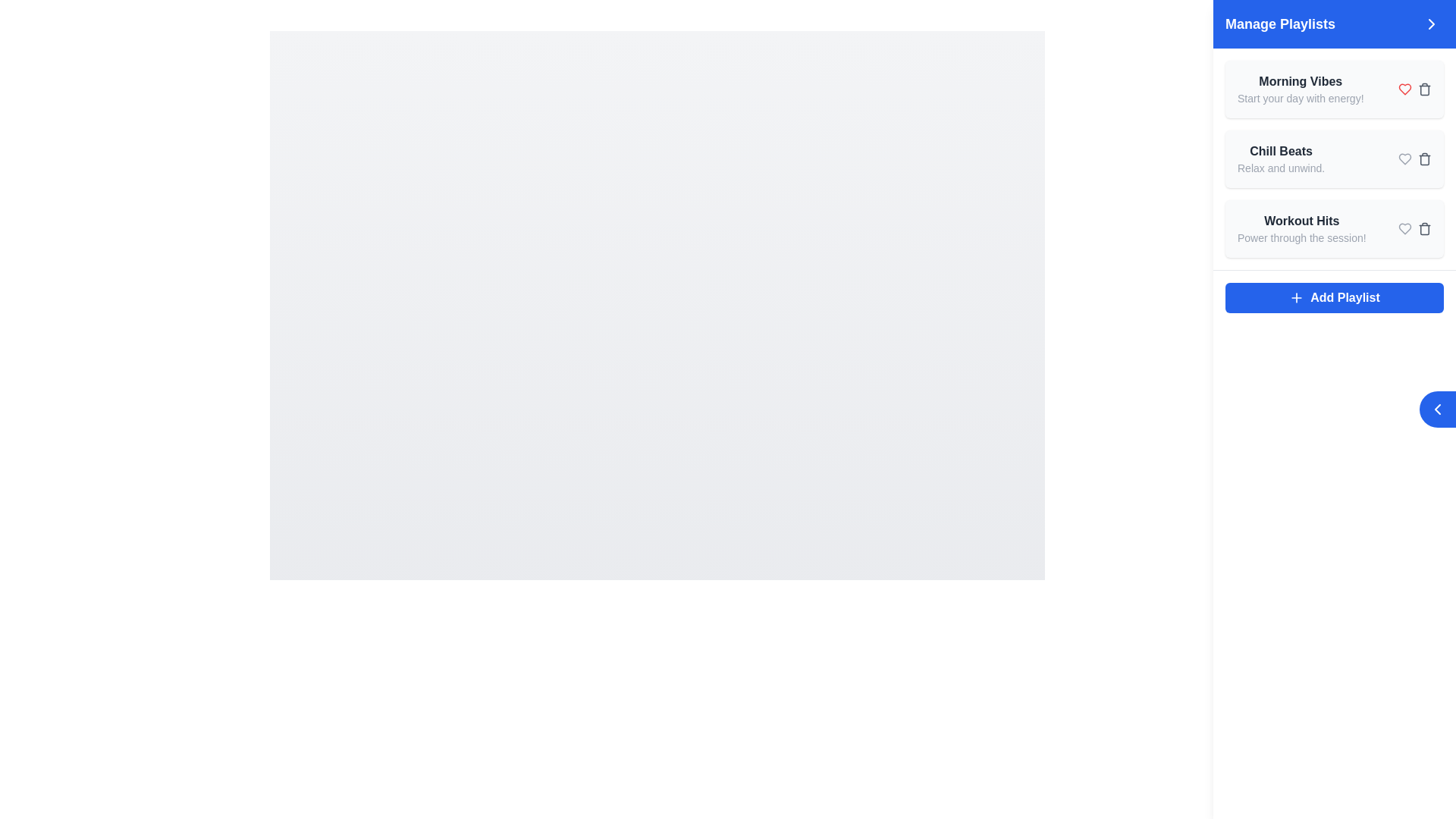 The width and height of the screenshot is (1456, 819). What do you see at coordinates (1280, 158) in the screenshot?
I see `the text display element labeled 'Chill Beats' which shows 'Relax and unwind.' below it, located in the second slot under 'Manage Playlists'` at bounding box center [1280, 158].